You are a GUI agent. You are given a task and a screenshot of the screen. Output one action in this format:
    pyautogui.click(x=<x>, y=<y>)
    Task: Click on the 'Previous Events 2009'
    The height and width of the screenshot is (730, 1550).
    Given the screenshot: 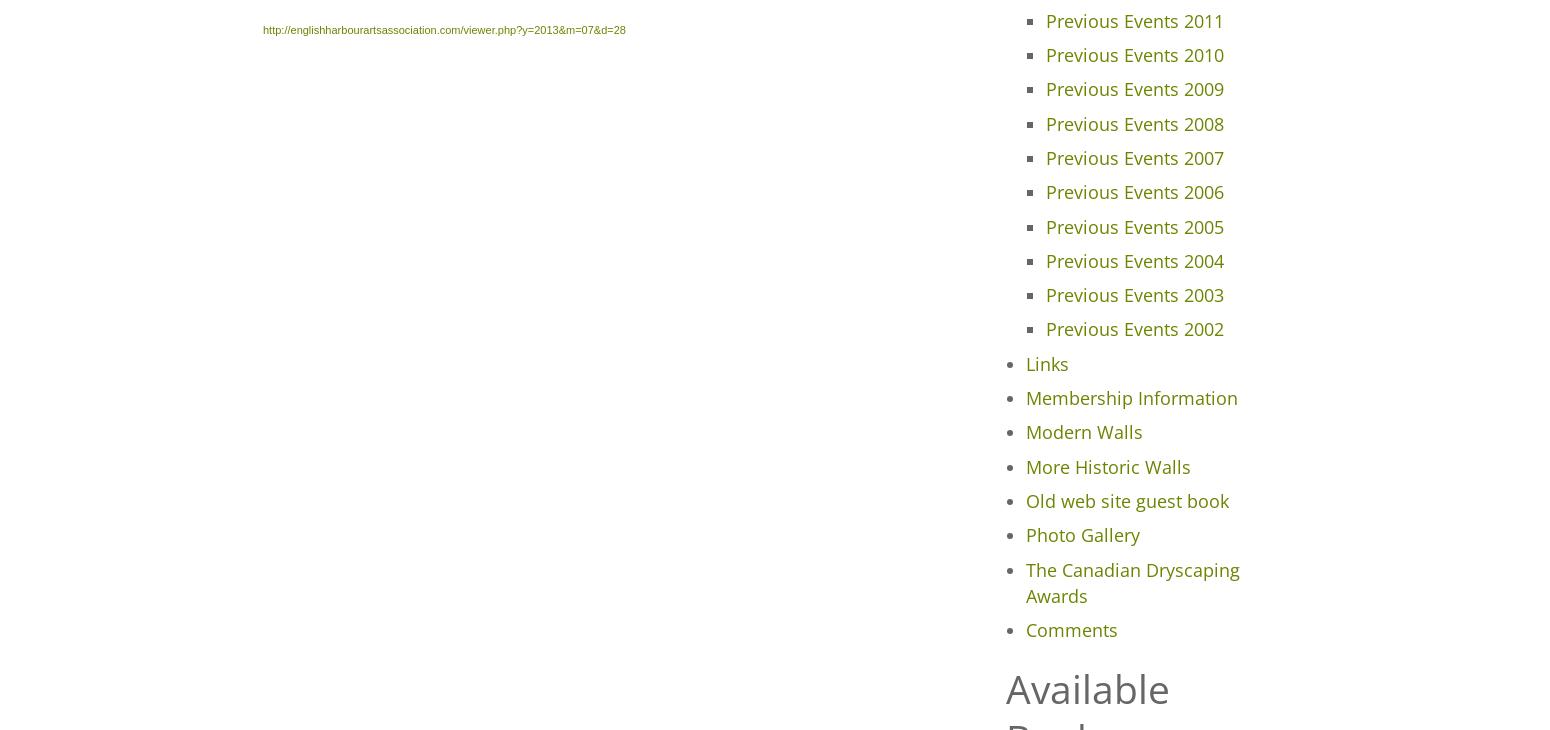 What is the action you would take?
    pyautogui.click(x=1132, y=87)
    